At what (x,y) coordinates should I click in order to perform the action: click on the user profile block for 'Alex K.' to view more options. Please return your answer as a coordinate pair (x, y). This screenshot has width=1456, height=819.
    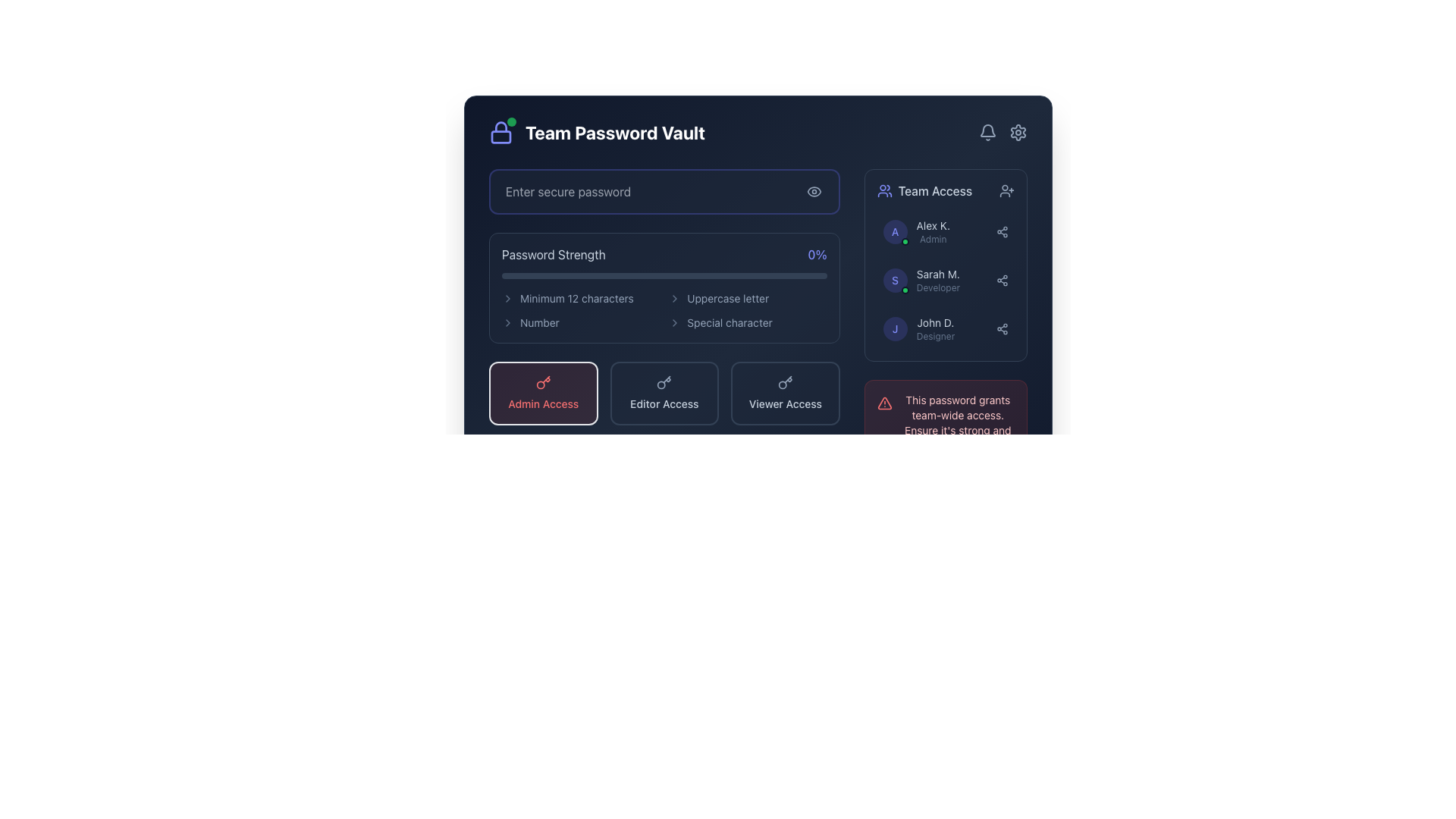
    Looking at the image, I should click on (945, 231).